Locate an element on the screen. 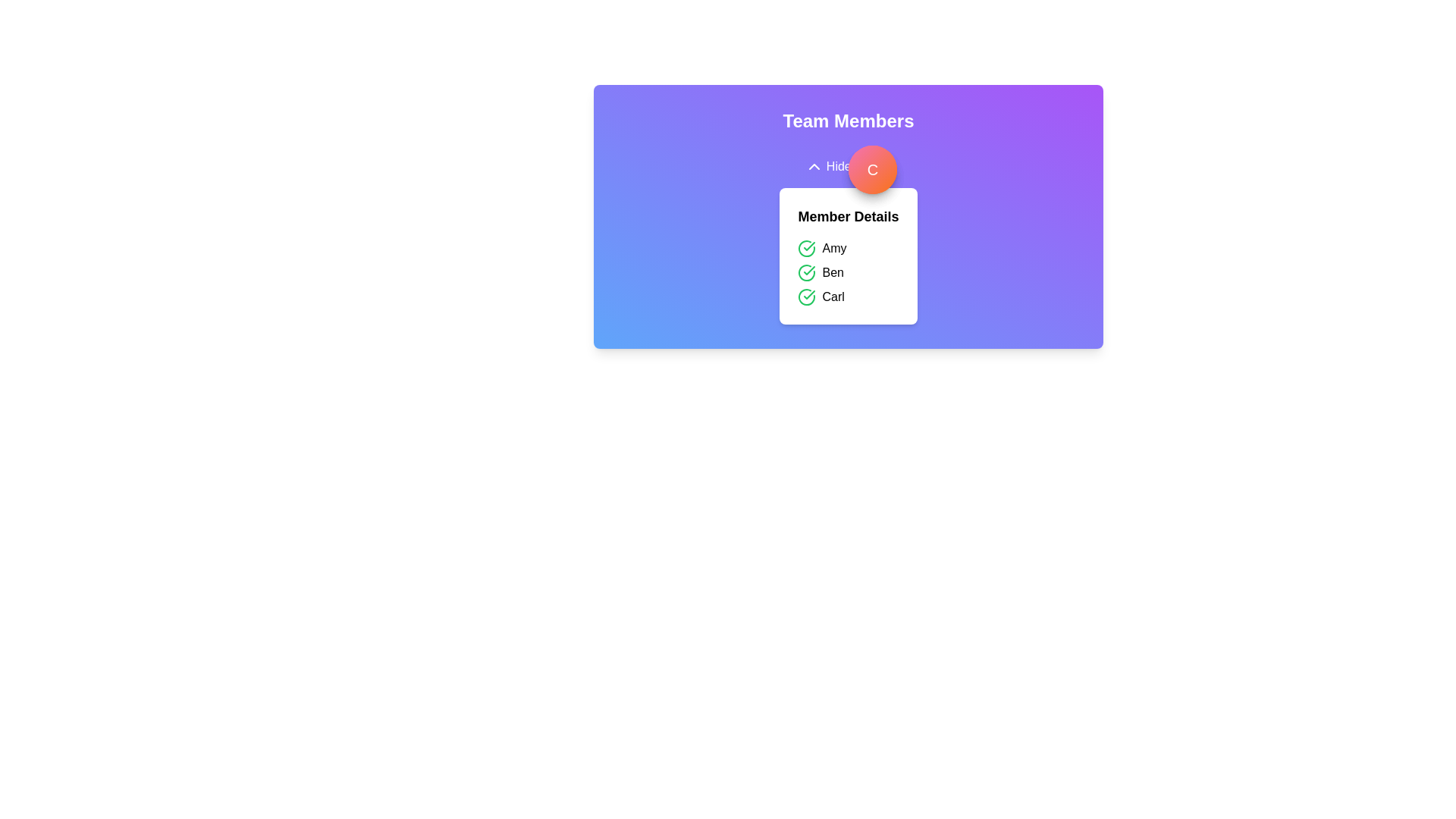 The width and height of the screenshot is (1456, 819). text from the heading label located at the top of the white rounded box, which is above the member names 'Amy', 'Ben', and 'Carl' is located at coordinates (847, 216).